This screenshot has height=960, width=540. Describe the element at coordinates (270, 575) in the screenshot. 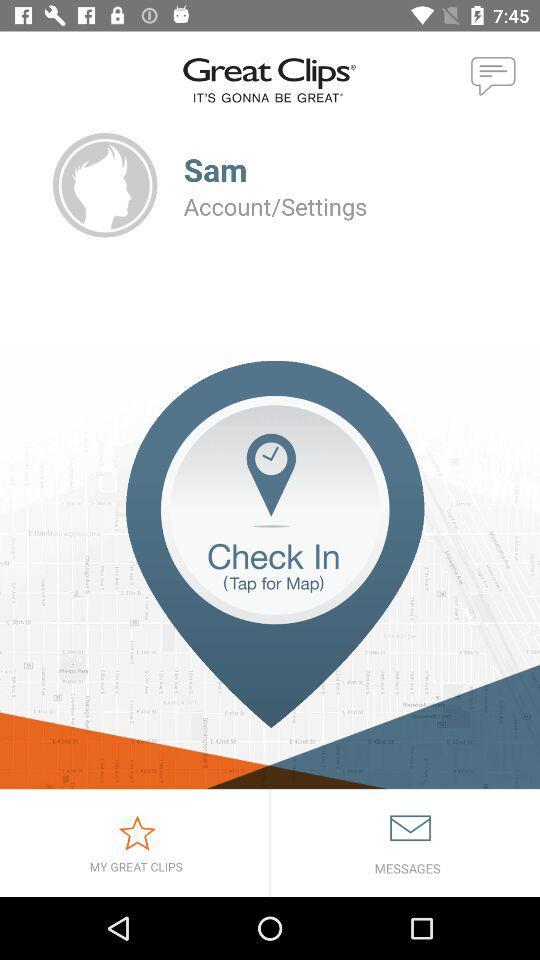

I see `get directions` at that location.